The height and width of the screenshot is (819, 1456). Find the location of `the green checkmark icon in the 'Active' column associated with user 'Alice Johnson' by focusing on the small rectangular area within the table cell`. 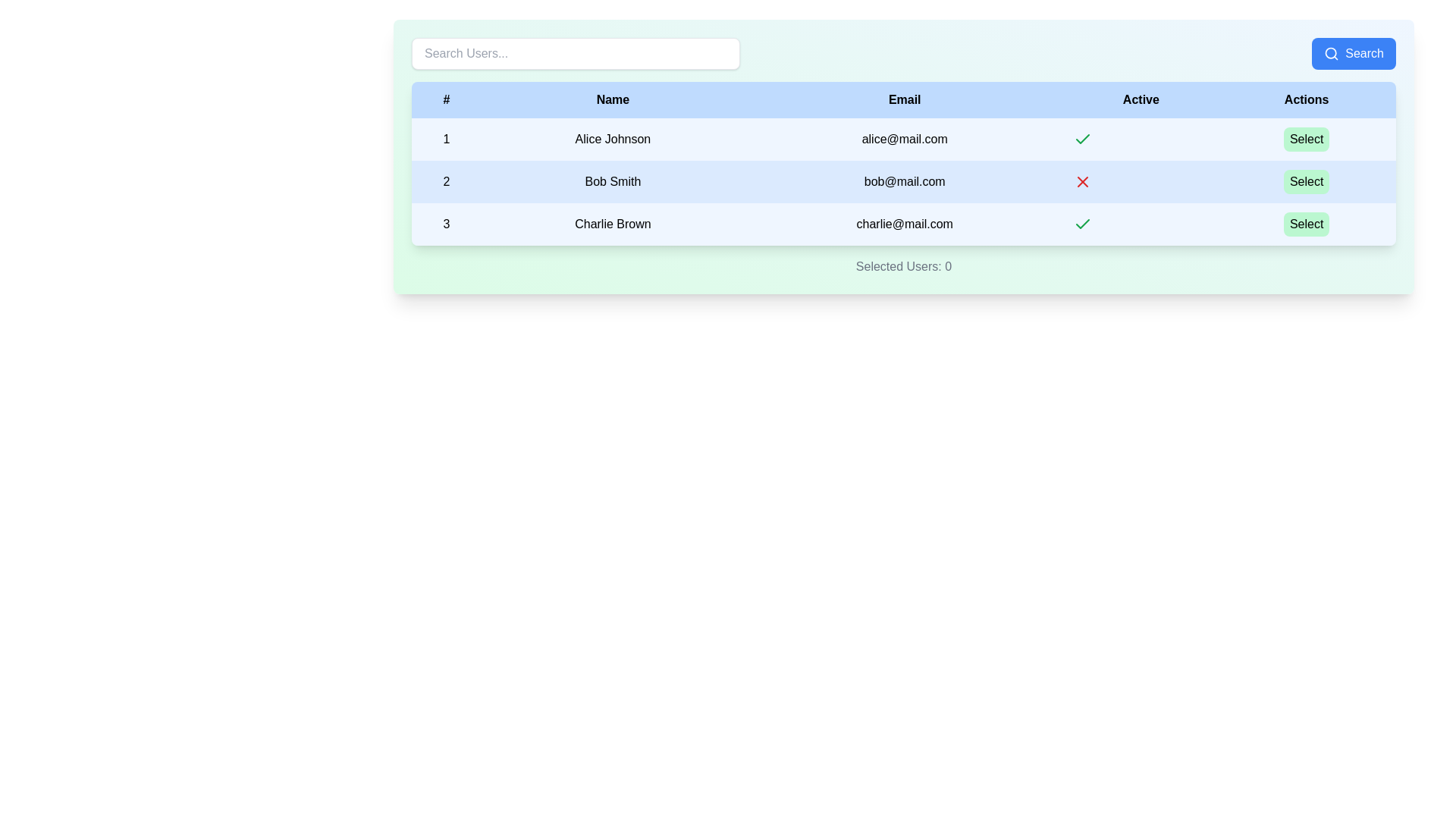

the green checkmark icon in the 'Active' column associated with user 'Alice Johnson' by focusing on the small rectangular area within the table cell is located at coordinates (1141, 140).